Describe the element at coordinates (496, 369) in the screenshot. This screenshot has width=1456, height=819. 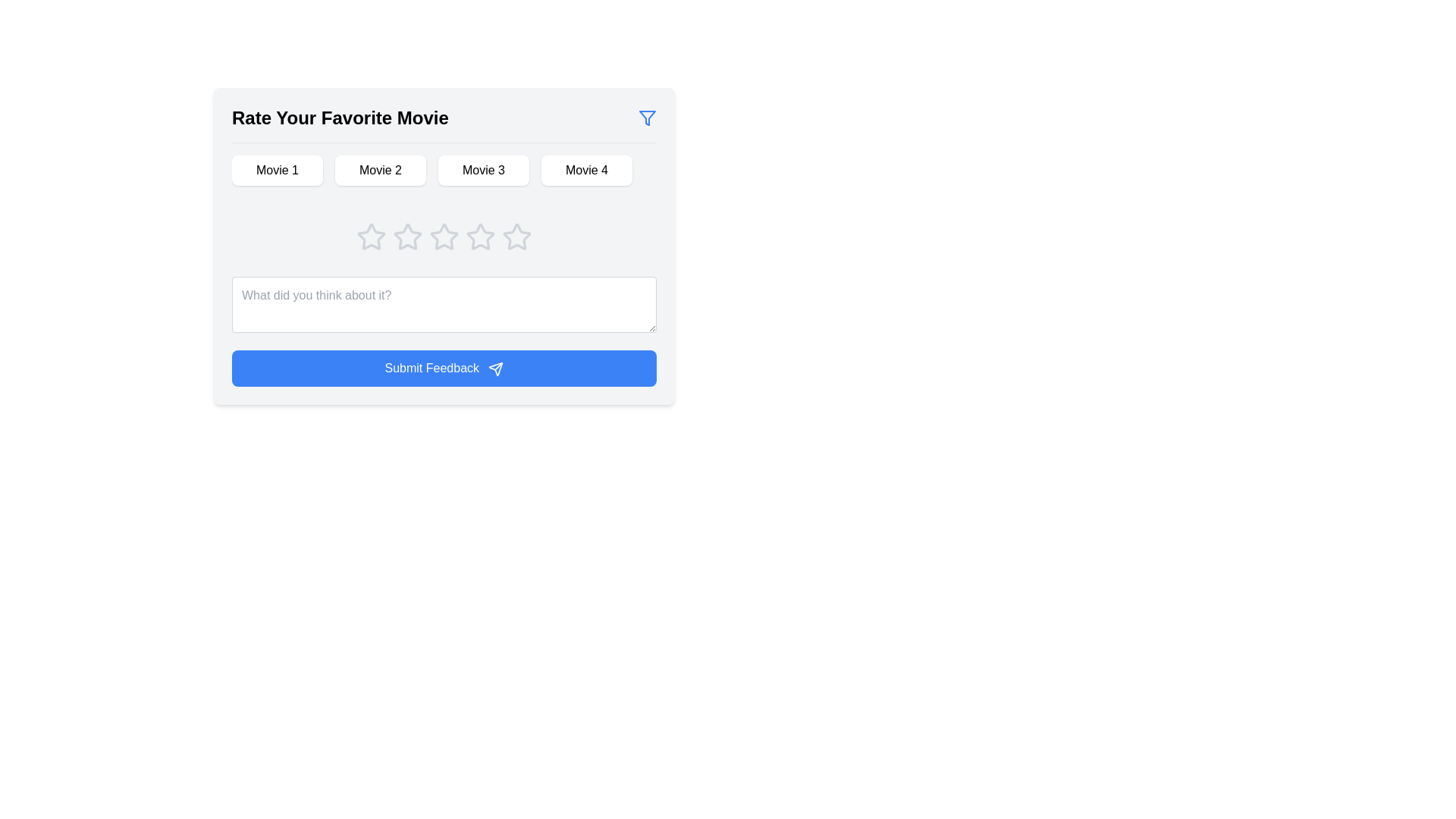
I see `the triangular icon resembling a paper airplane located within the 'Submit Feedback' button` at that location.